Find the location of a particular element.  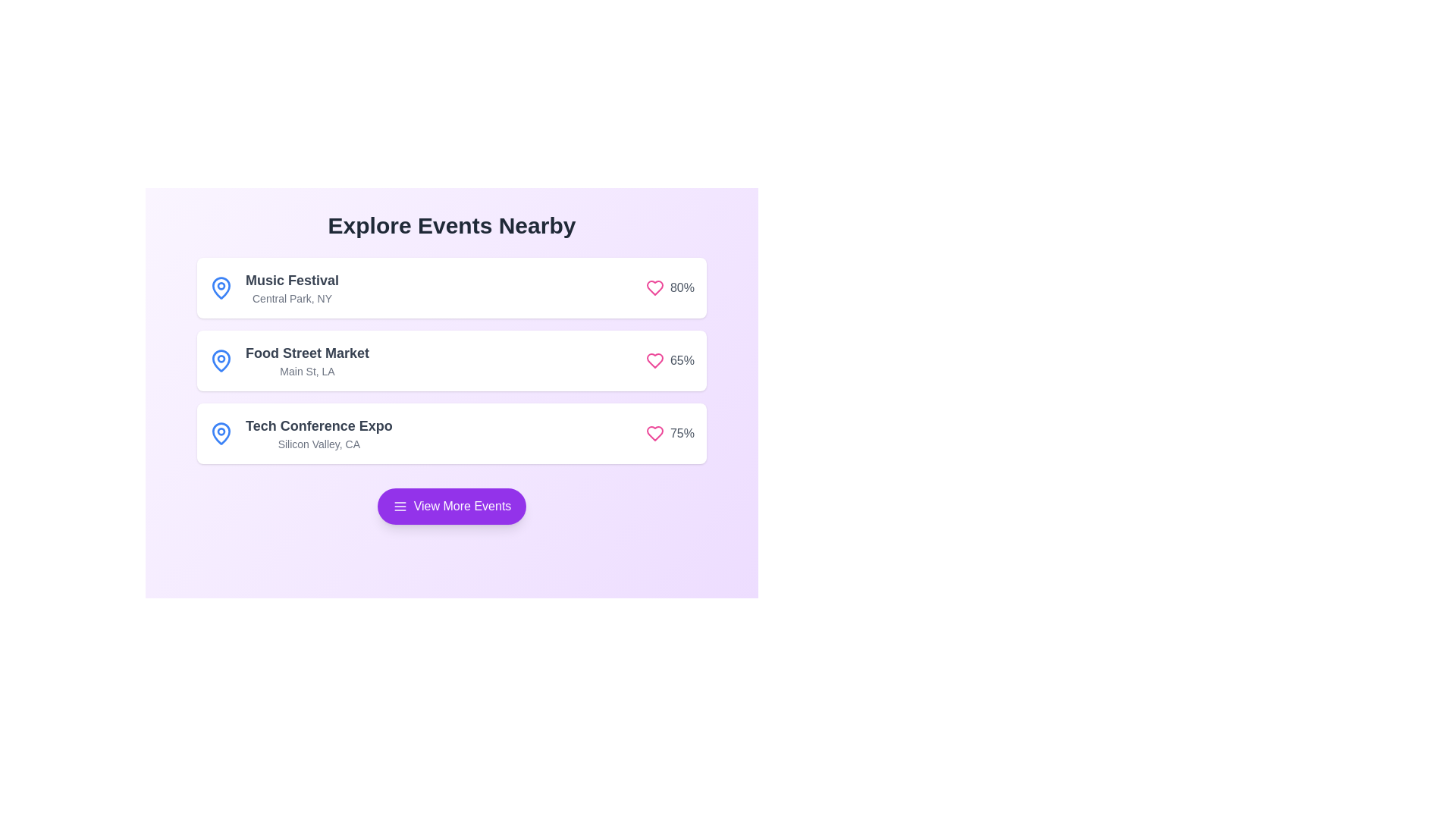

the pink outlined heart icon in the bottom-right corner of the 'Tech Conference Expo' card for keyboard navigation is located at coordinates (655, 433).